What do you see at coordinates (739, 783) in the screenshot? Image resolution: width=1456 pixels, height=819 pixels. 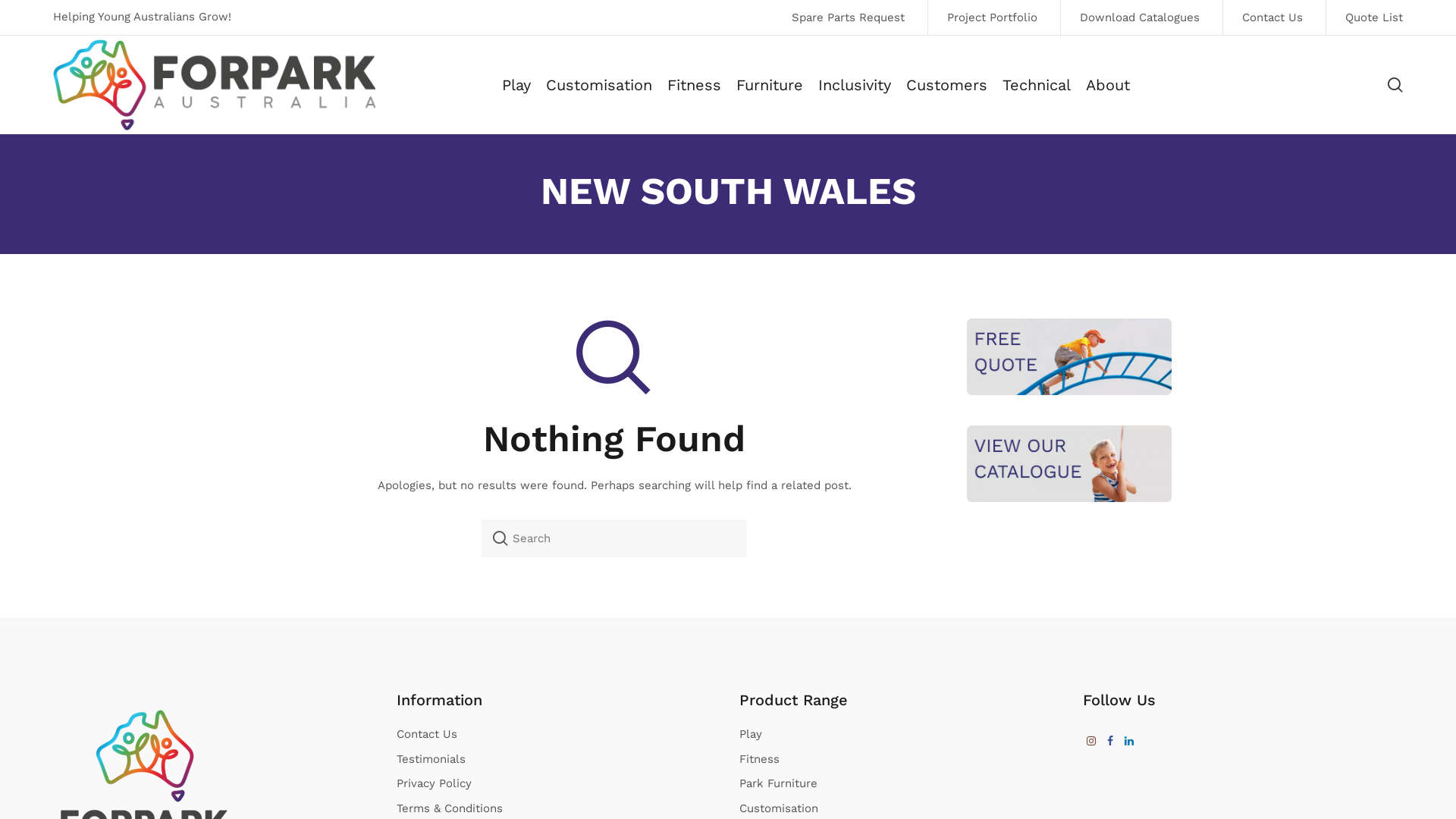 I see `'Park Furniture'` at bounding box center [739, 783].